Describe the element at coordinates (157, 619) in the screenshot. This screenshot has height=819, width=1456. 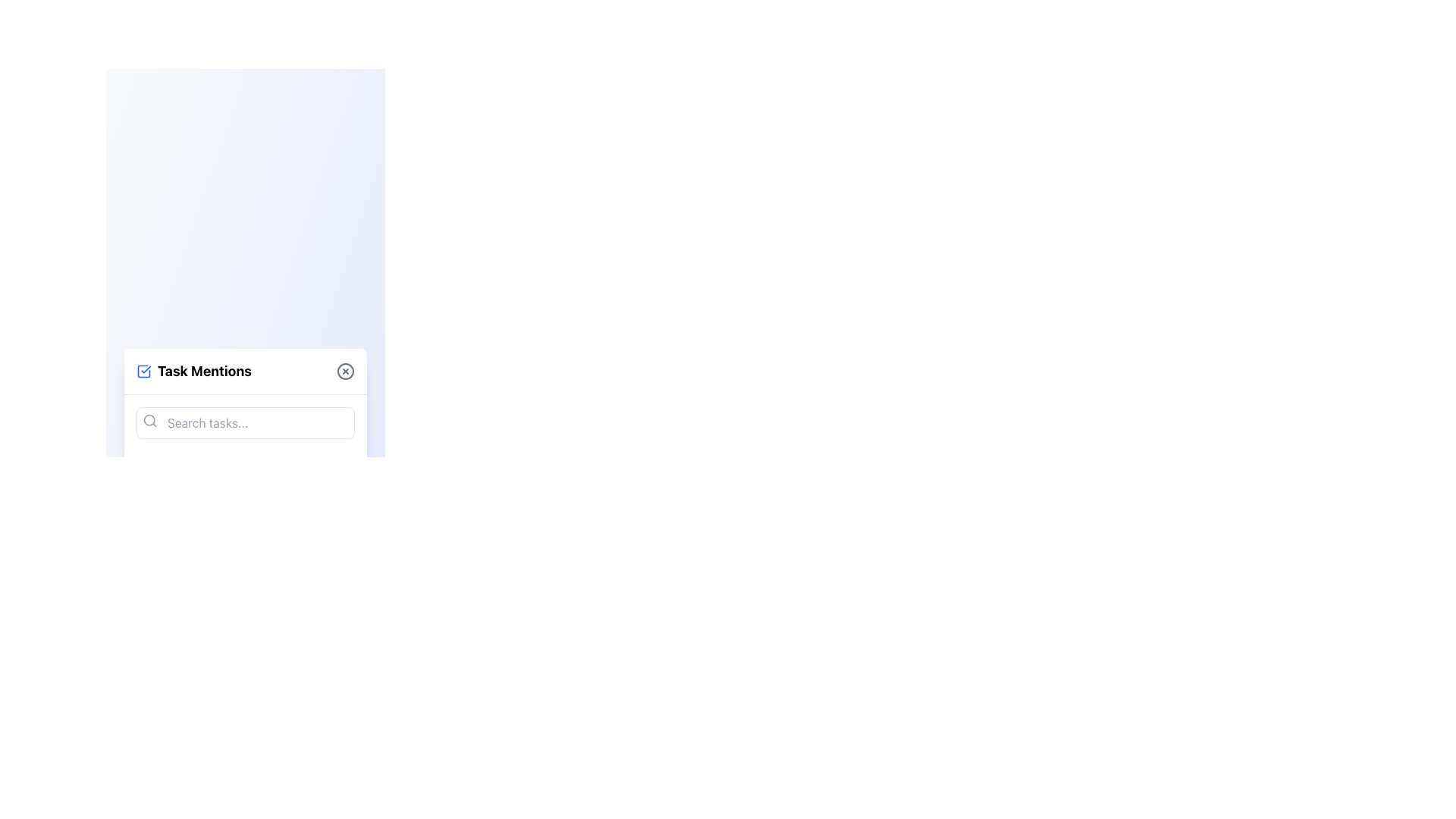
I see `the unfilled circular SVG element located in the bottom-left section of the interface` at that location.